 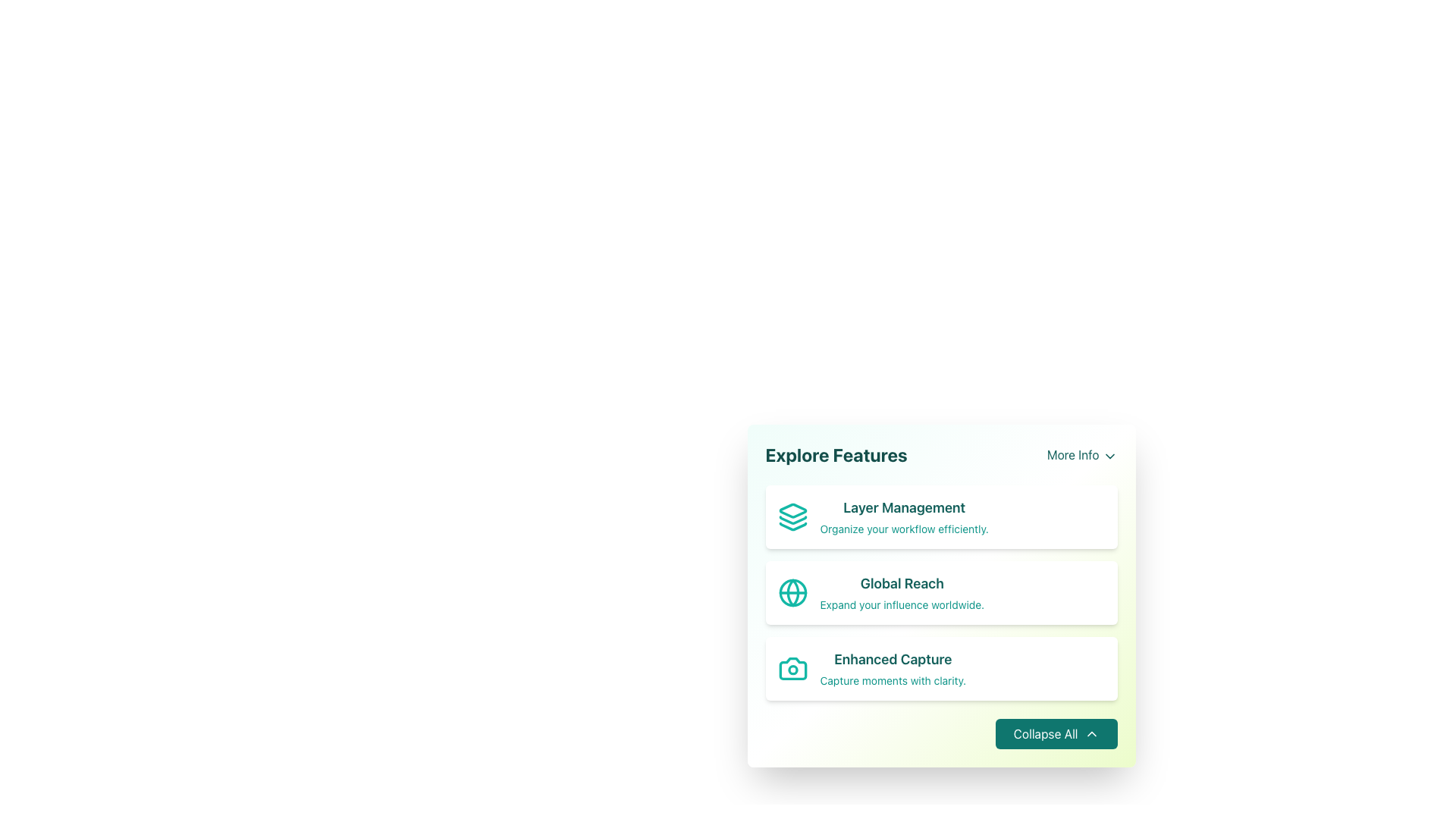 What do you see at coordinates (792, 592) in the screenshot?
I see `the 'Global Reach' icon, which visually represents the global influence or connectivity feature, positioned to the left of the 'Global Reach' text` at bounding box center [792, 592].